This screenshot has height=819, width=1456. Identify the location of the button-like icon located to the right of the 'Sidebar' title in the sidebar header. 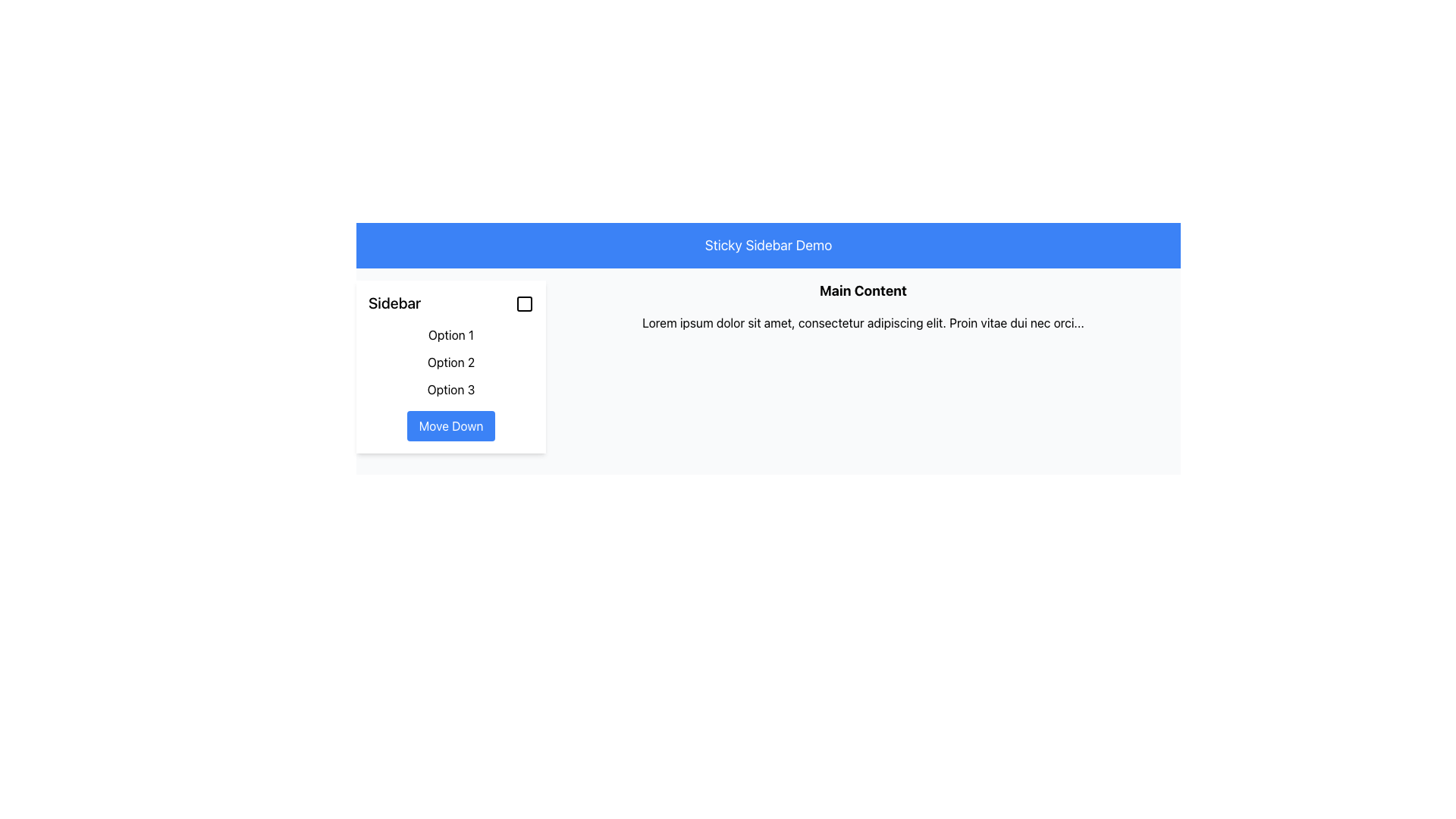
(524, 303).